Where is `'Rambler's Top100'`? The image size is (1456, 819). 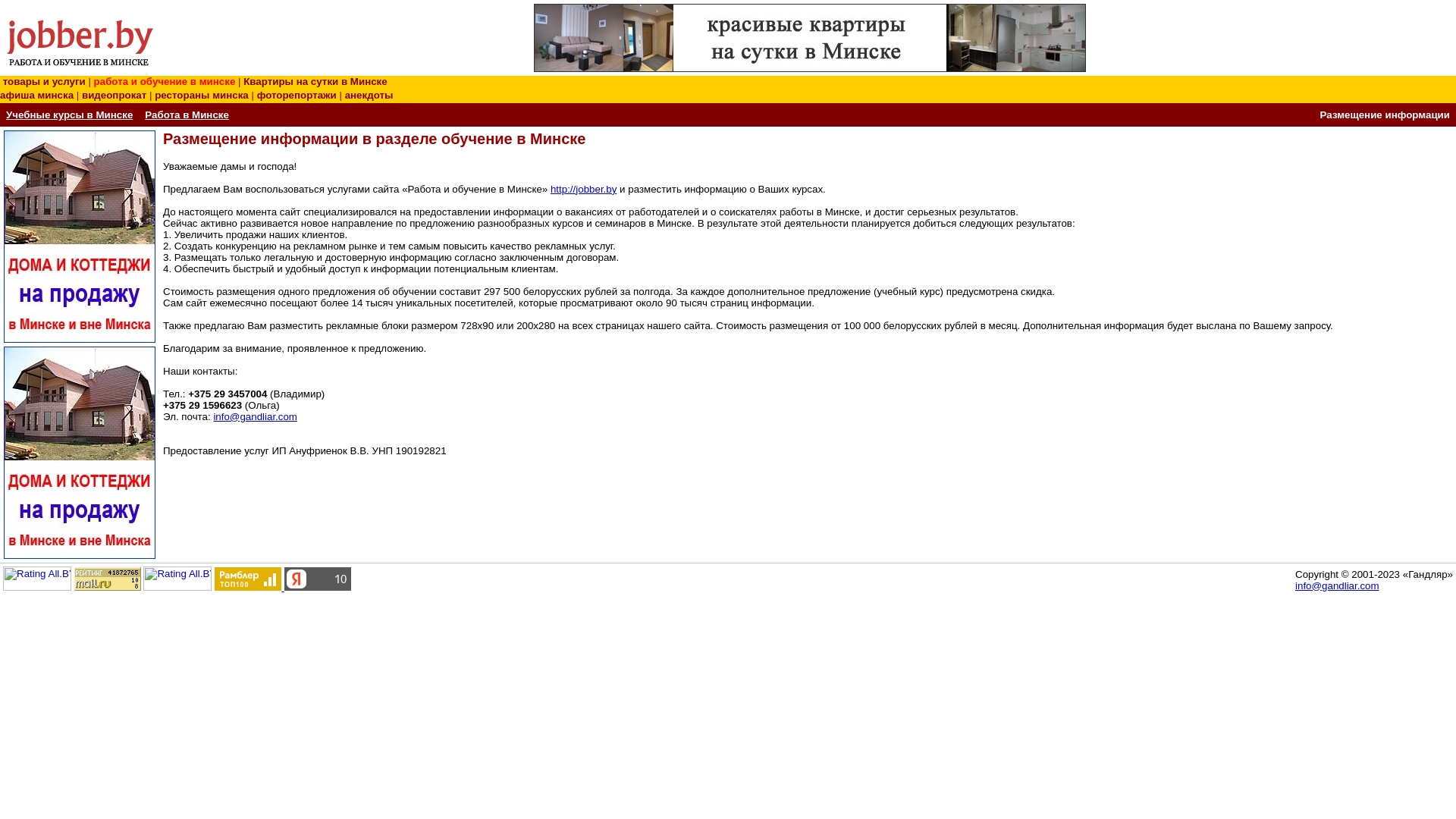 'Rambler's Top100' is located at coordinates (247, 579).